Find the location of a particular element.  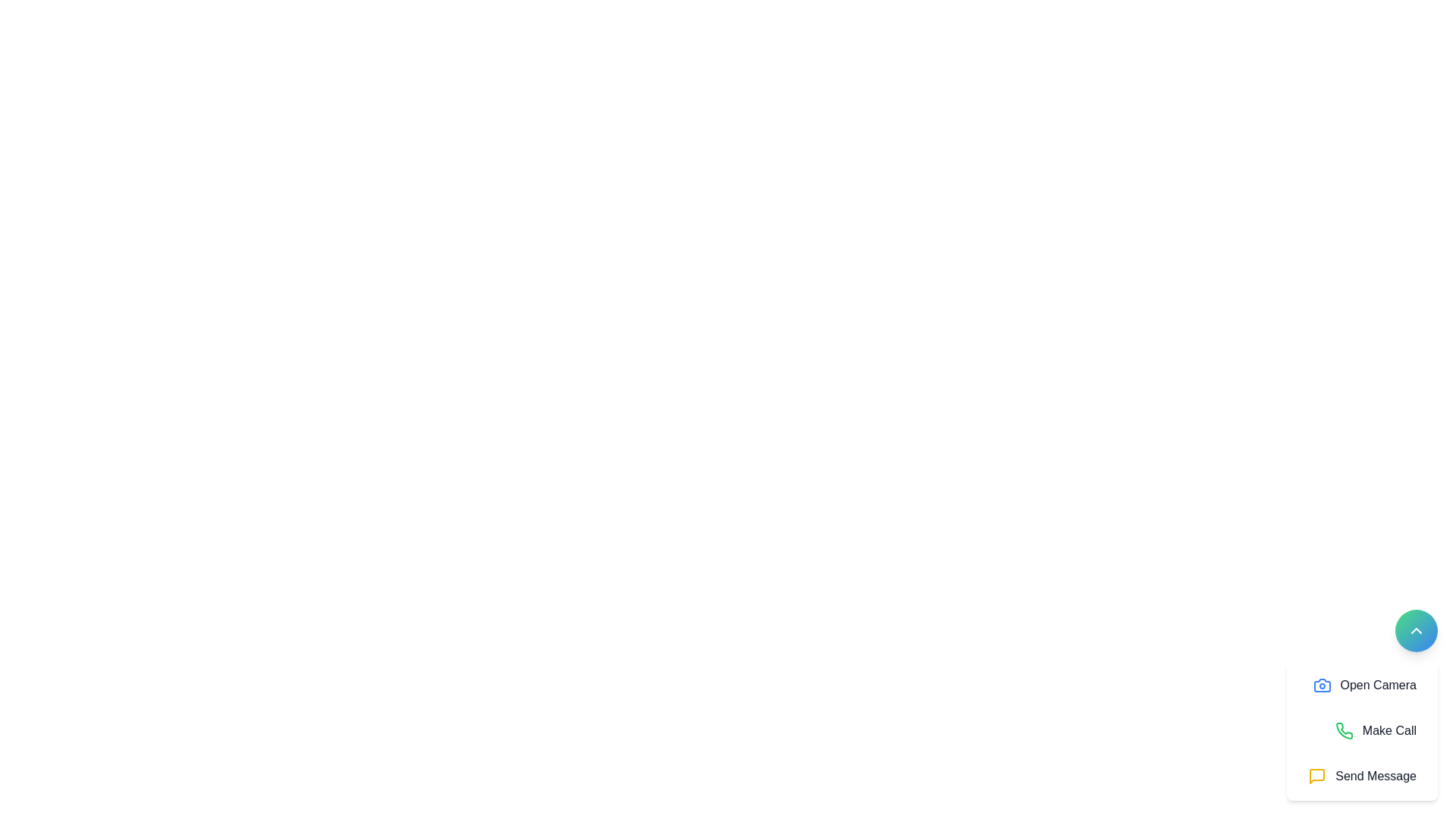

the yellow message bubble icon located on the leftmost part of the 'Send Message' button, preceding the text label is located at coordinates (1316, 776).